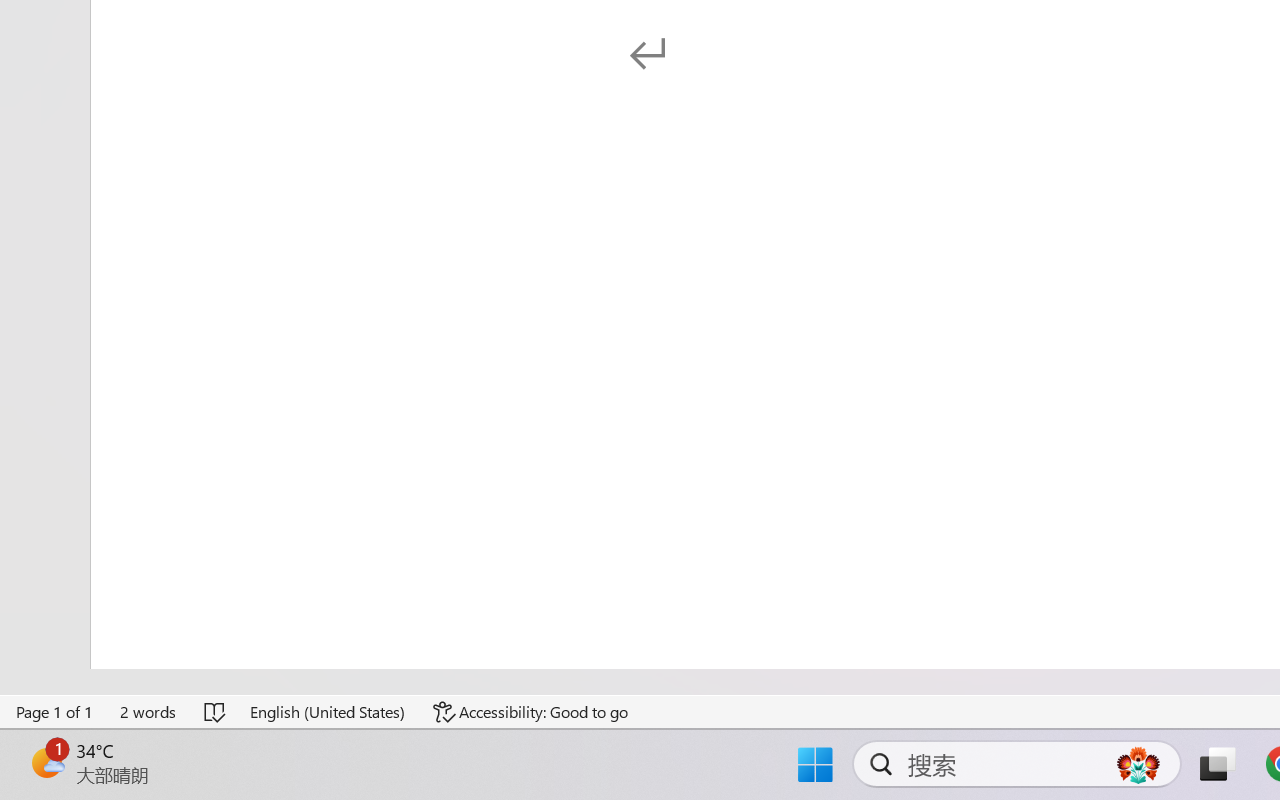 The height and width of the screenshot is (800, 1280). What do you see at coordinates (148, 711) in the screenshot?
I see `'Word Count 2 words'` at bounding box center [148, 711].